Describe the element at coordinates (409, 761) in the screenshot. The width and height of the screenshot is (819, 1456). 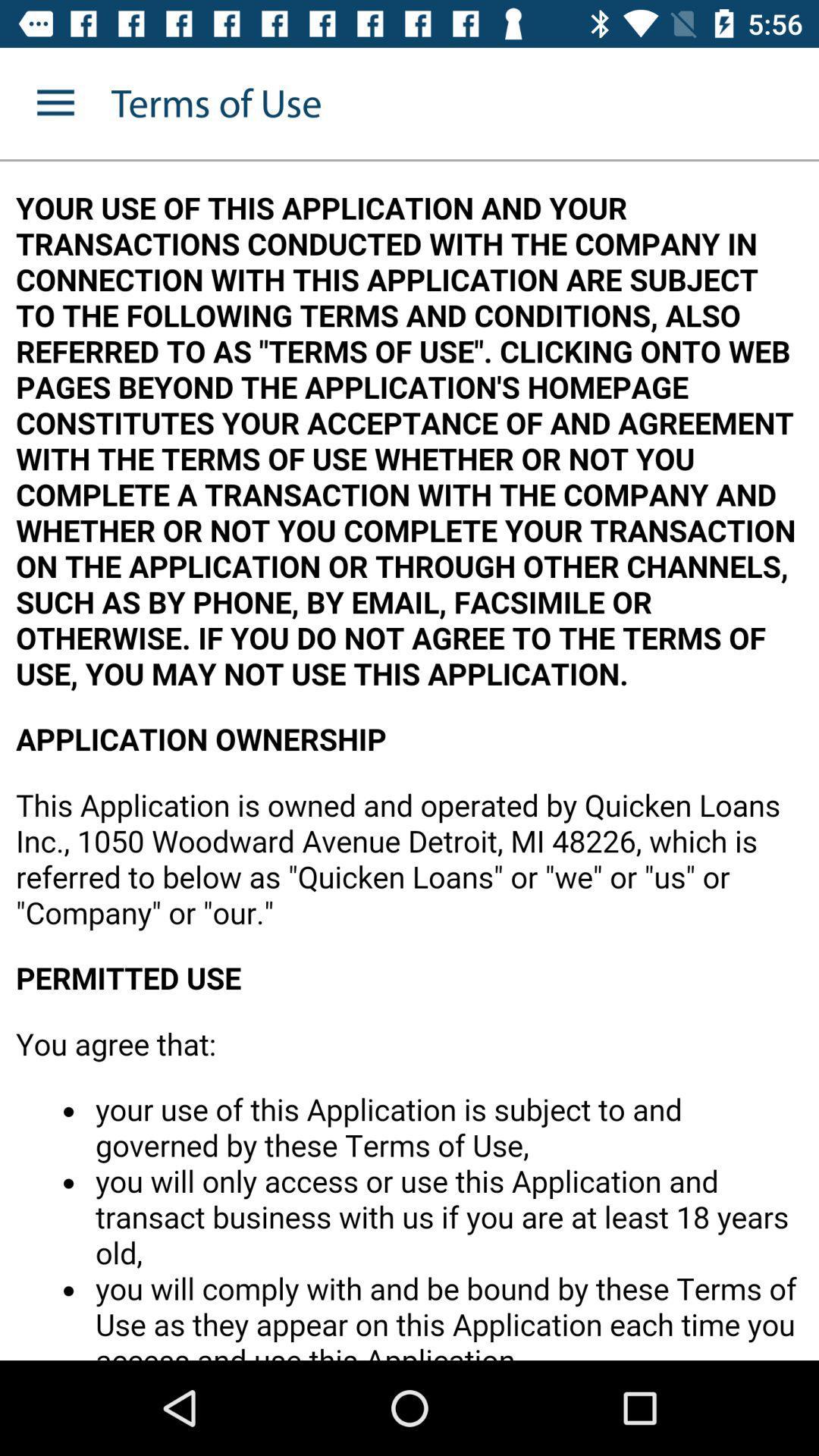
I see `article area` at that location.